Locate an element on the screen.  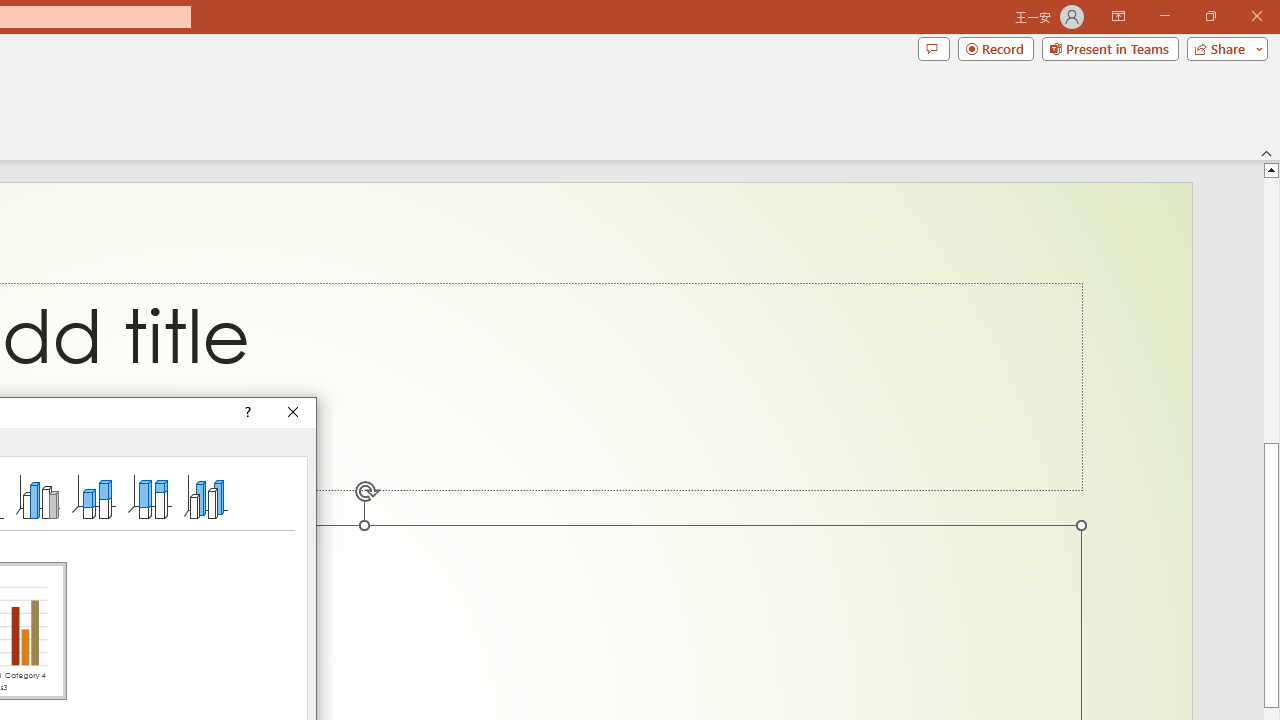
'3-D 100% Stacked Column' is located at coordinates (148, 495).